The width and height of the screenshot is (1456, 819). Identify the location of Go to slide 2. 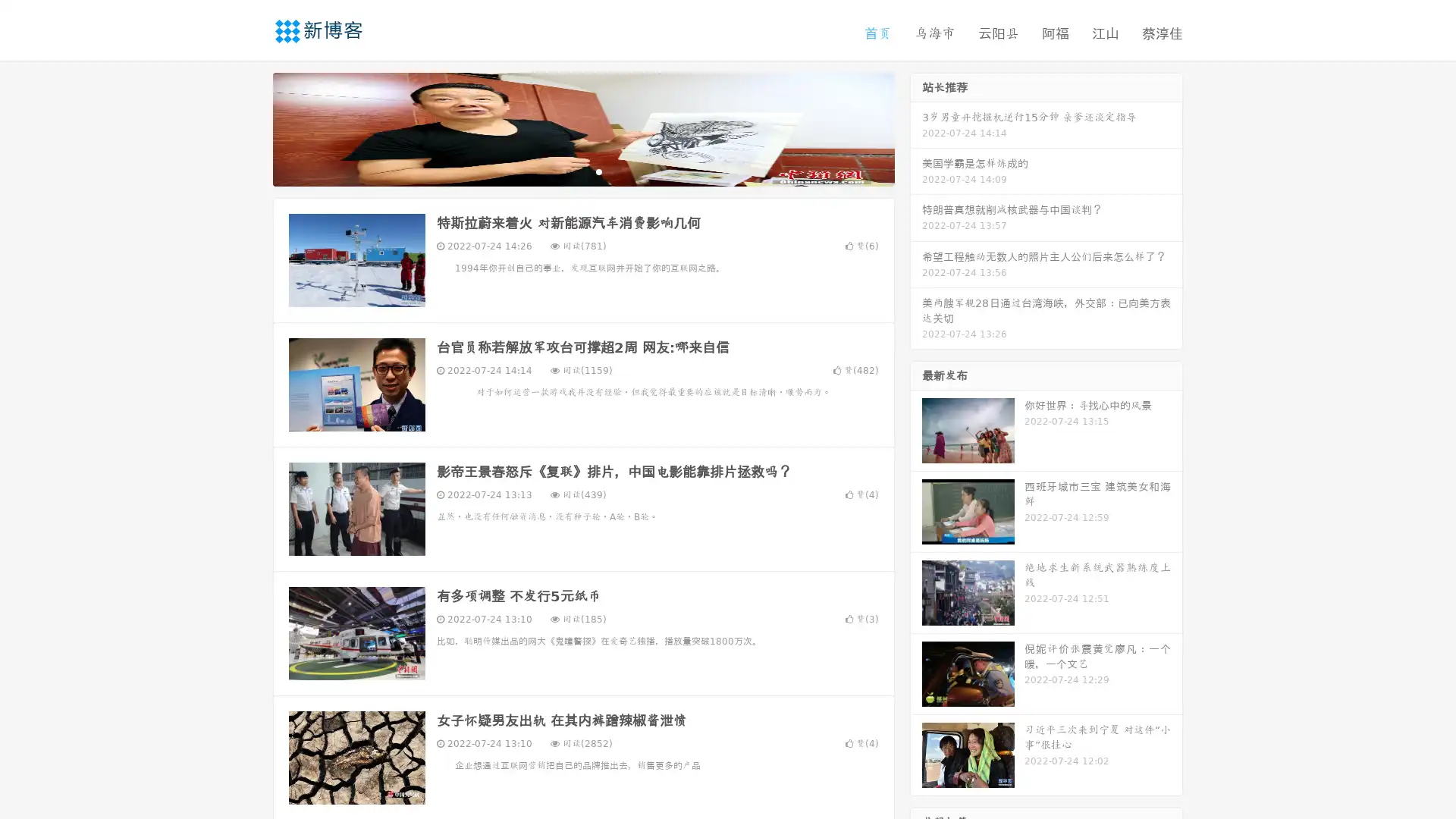
(582, 171).